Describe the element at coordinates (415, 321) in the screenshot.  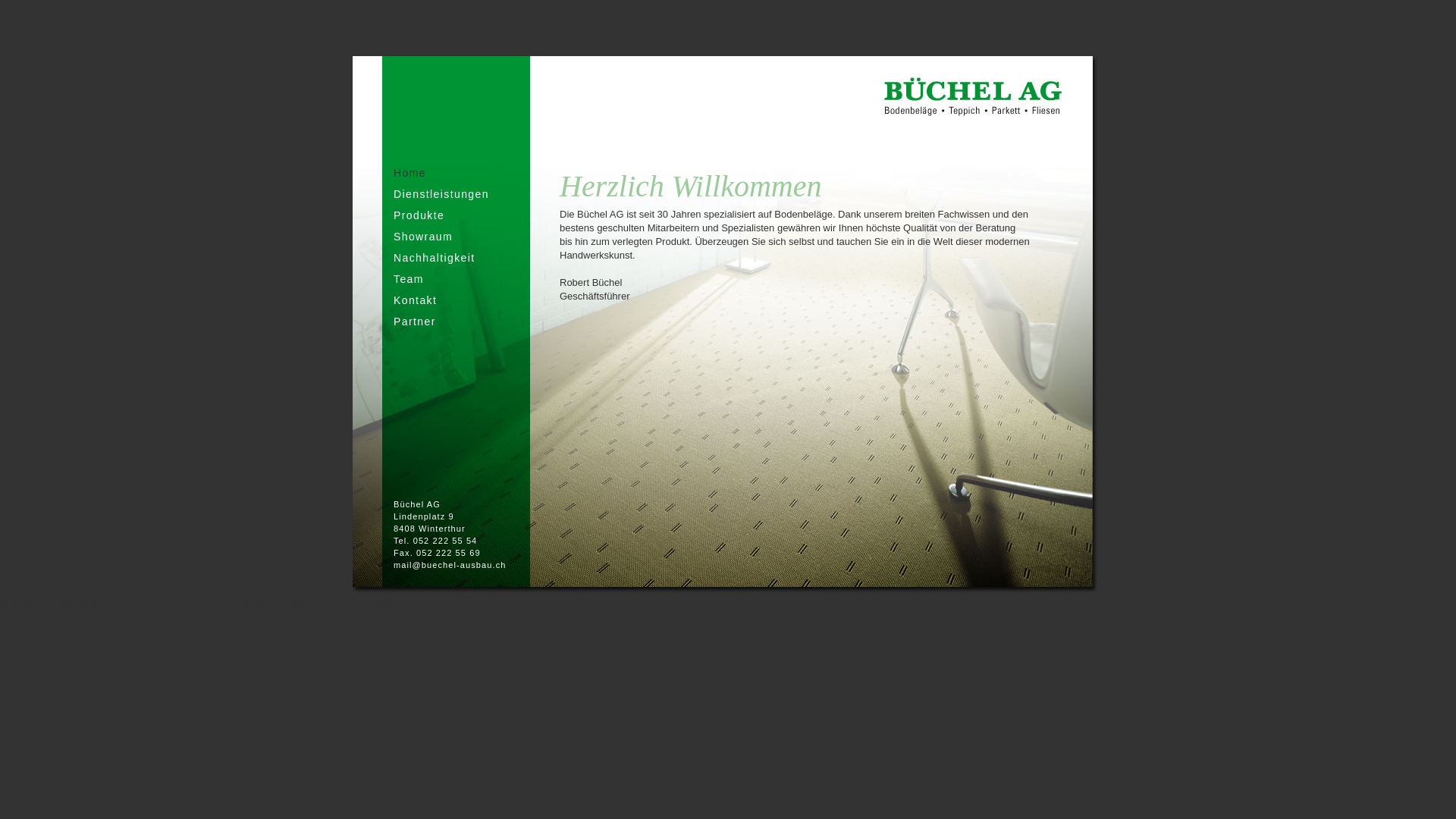
I see `'Partner'` at that location.